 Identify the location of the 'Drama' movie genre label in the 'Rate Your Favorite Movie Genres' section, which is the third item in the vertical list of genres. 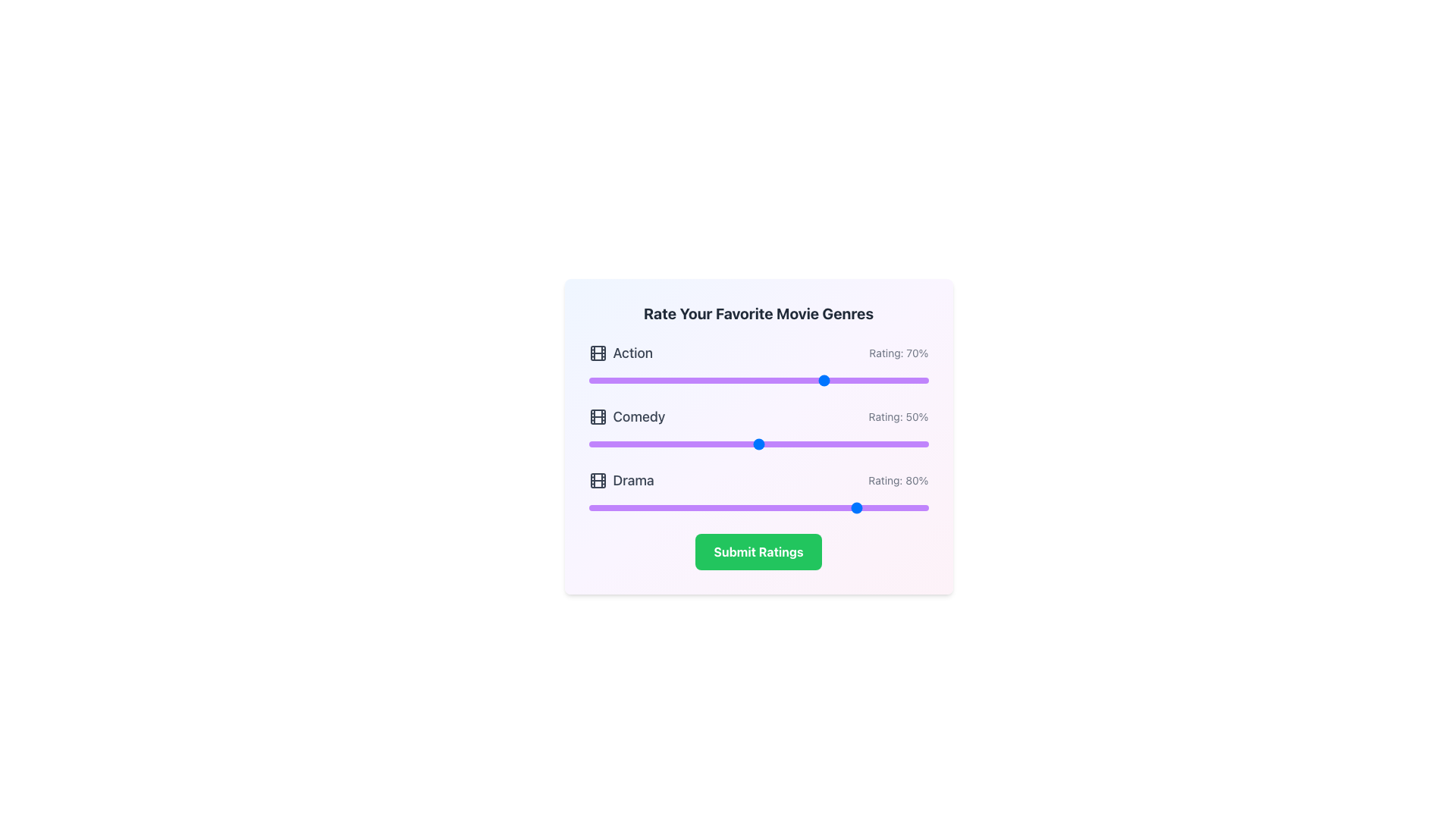
(621, 480).